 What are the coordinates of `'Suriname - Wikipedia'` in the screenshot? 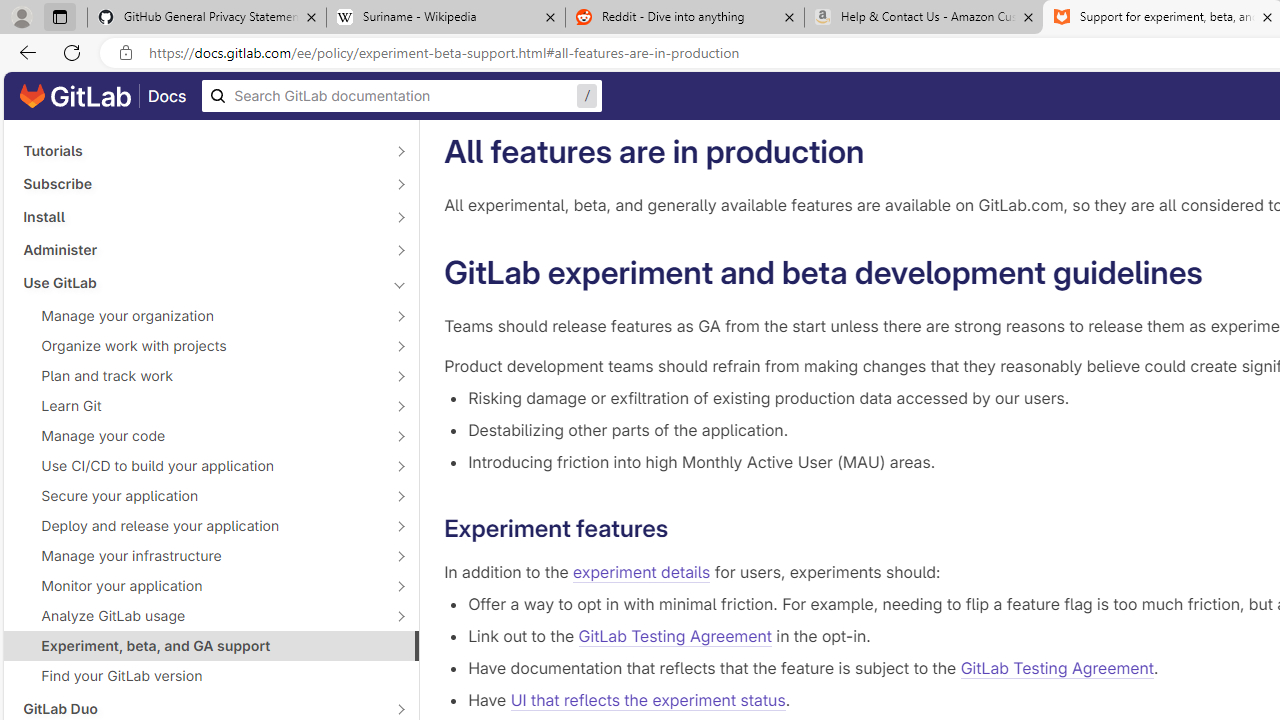 It's located at (444, 17).